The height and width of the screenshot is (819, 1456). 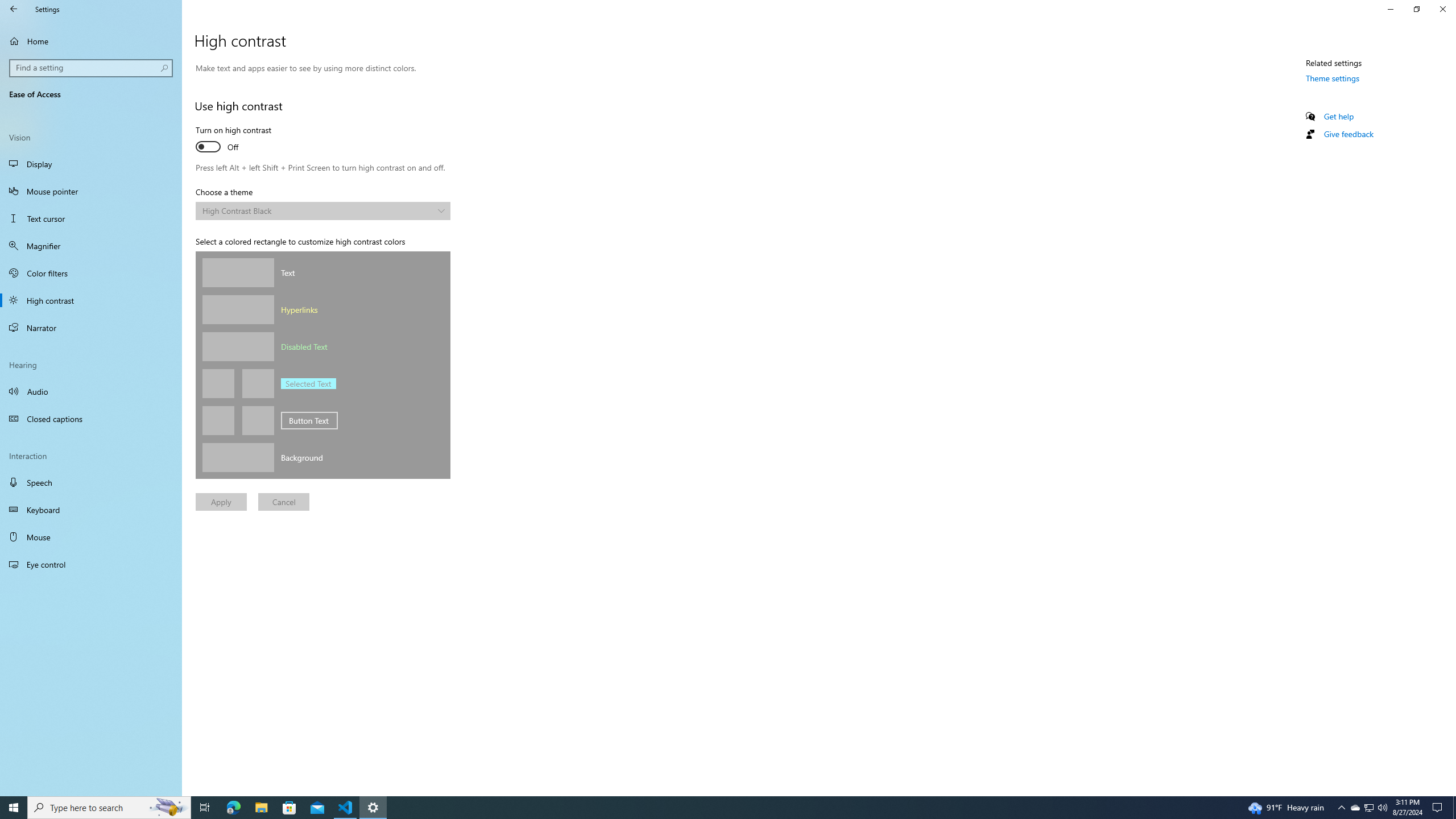 I want to click on 'Speech', so click(x=90, y=482).